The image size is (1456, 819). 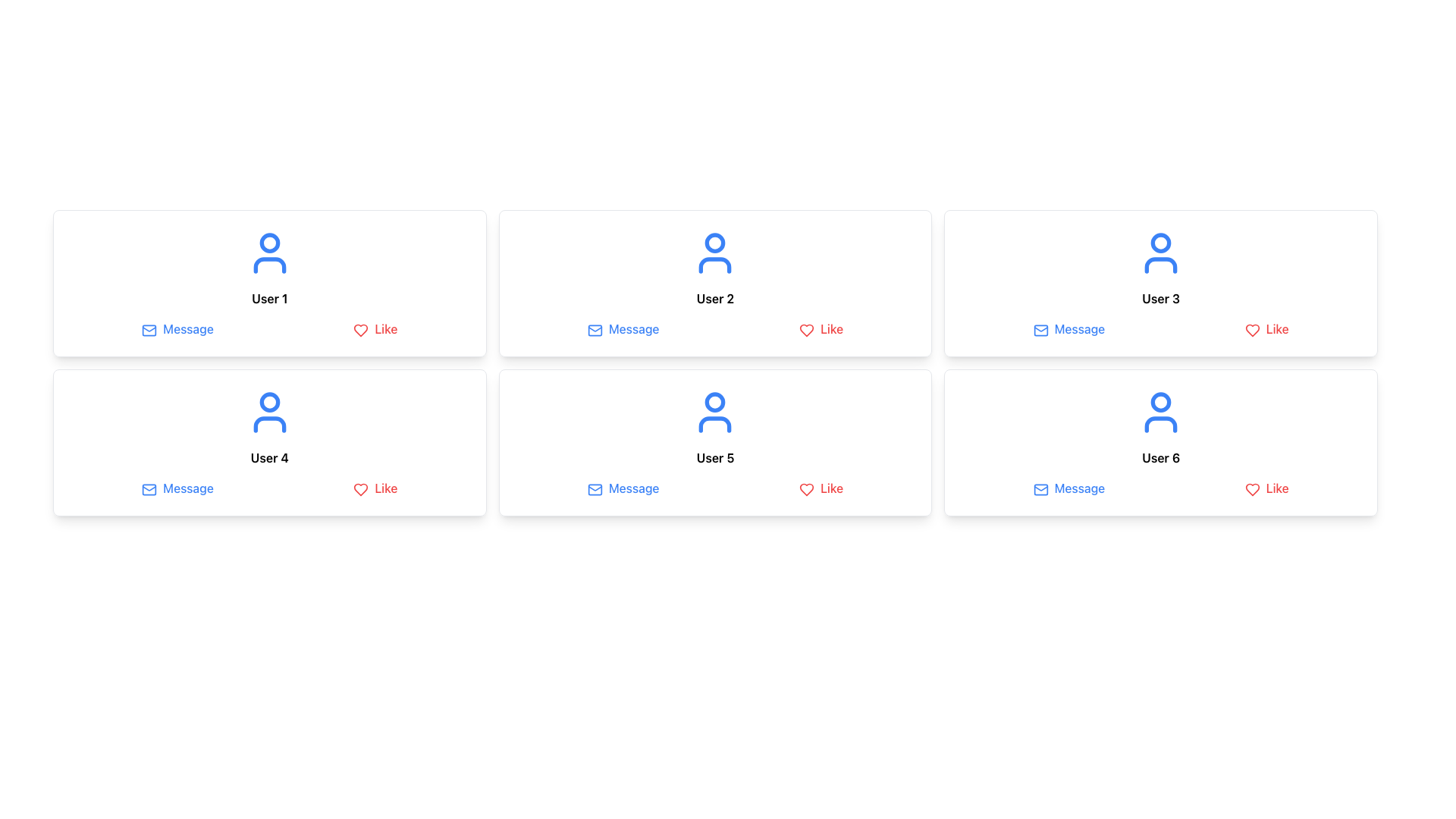 I want to click on the blue user icon located at the top-center of the 'User 3' card, which has a circular head and a rounded rectangular body, so click(x=1160, y=253).